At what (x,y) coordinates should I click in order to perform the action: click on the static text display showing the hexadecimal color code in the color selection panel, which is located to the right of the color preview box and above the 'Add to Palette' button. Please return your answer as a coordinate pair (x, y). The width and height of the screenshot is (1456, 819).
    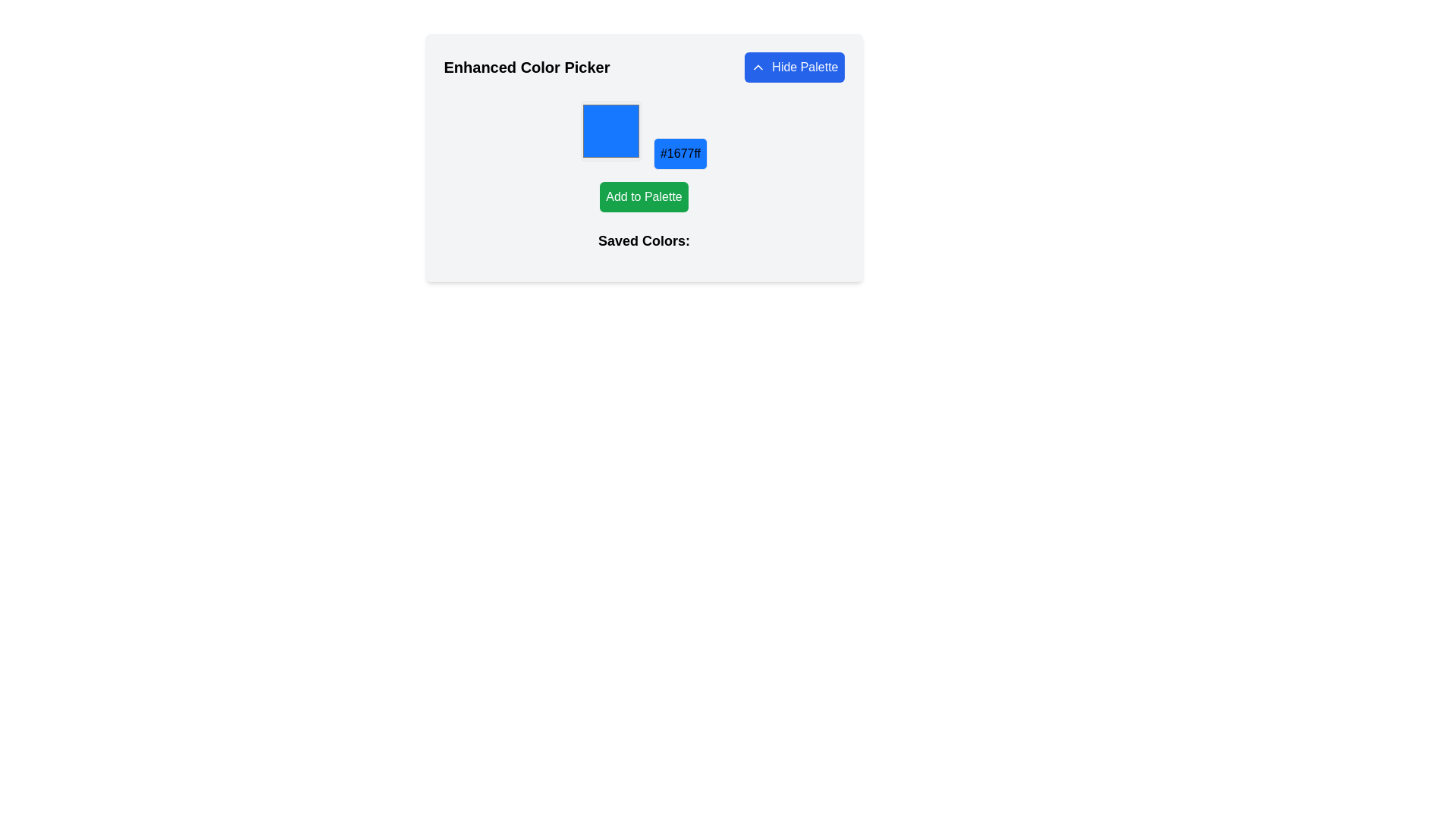
    Looking at the image, I should click on (644, 134).